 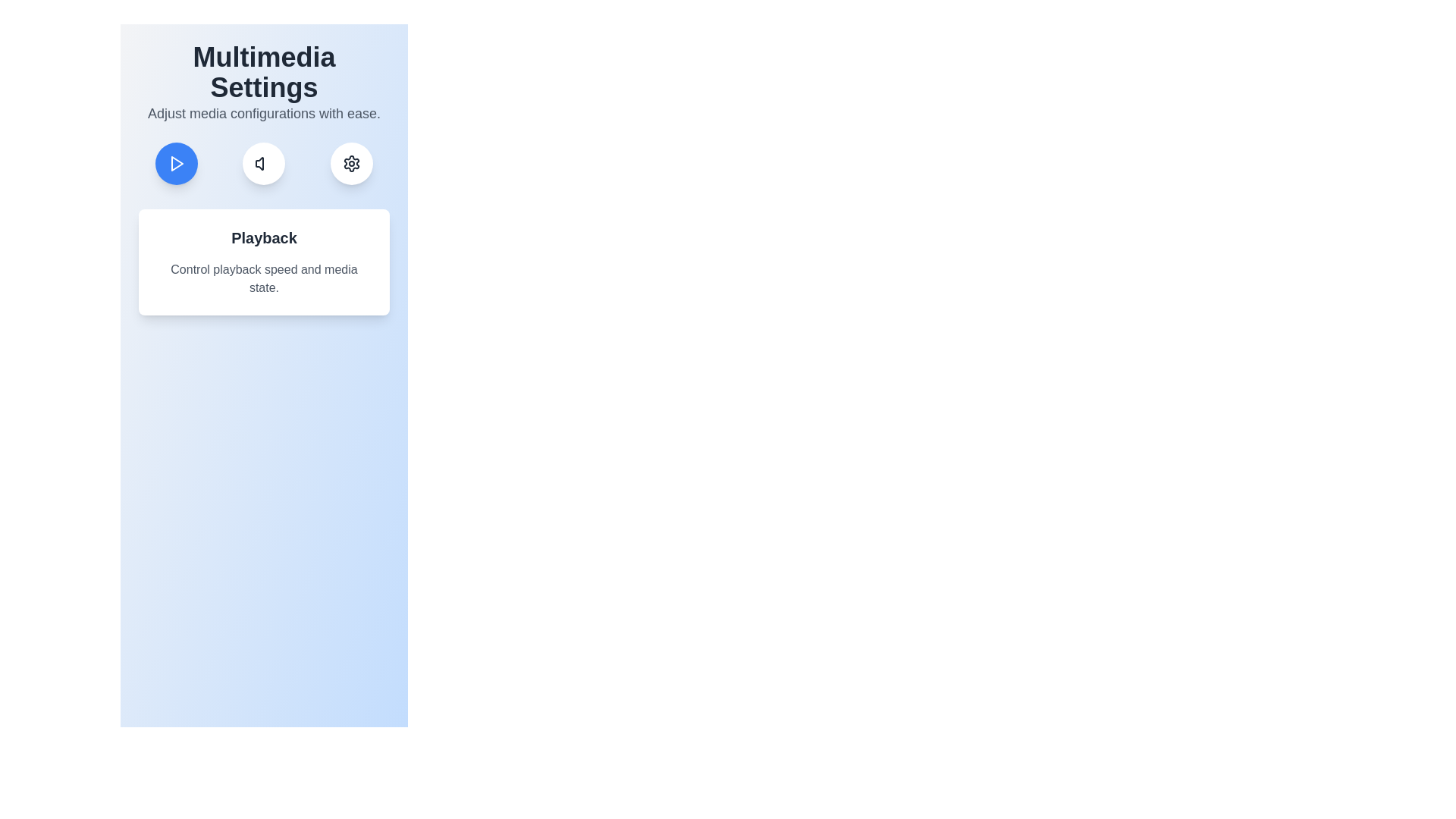 What do you see at coordinates (264, 164) in the screenshot?
I see `the Audio tab by clicking its corresponding button` at bounding box center [264, 164].